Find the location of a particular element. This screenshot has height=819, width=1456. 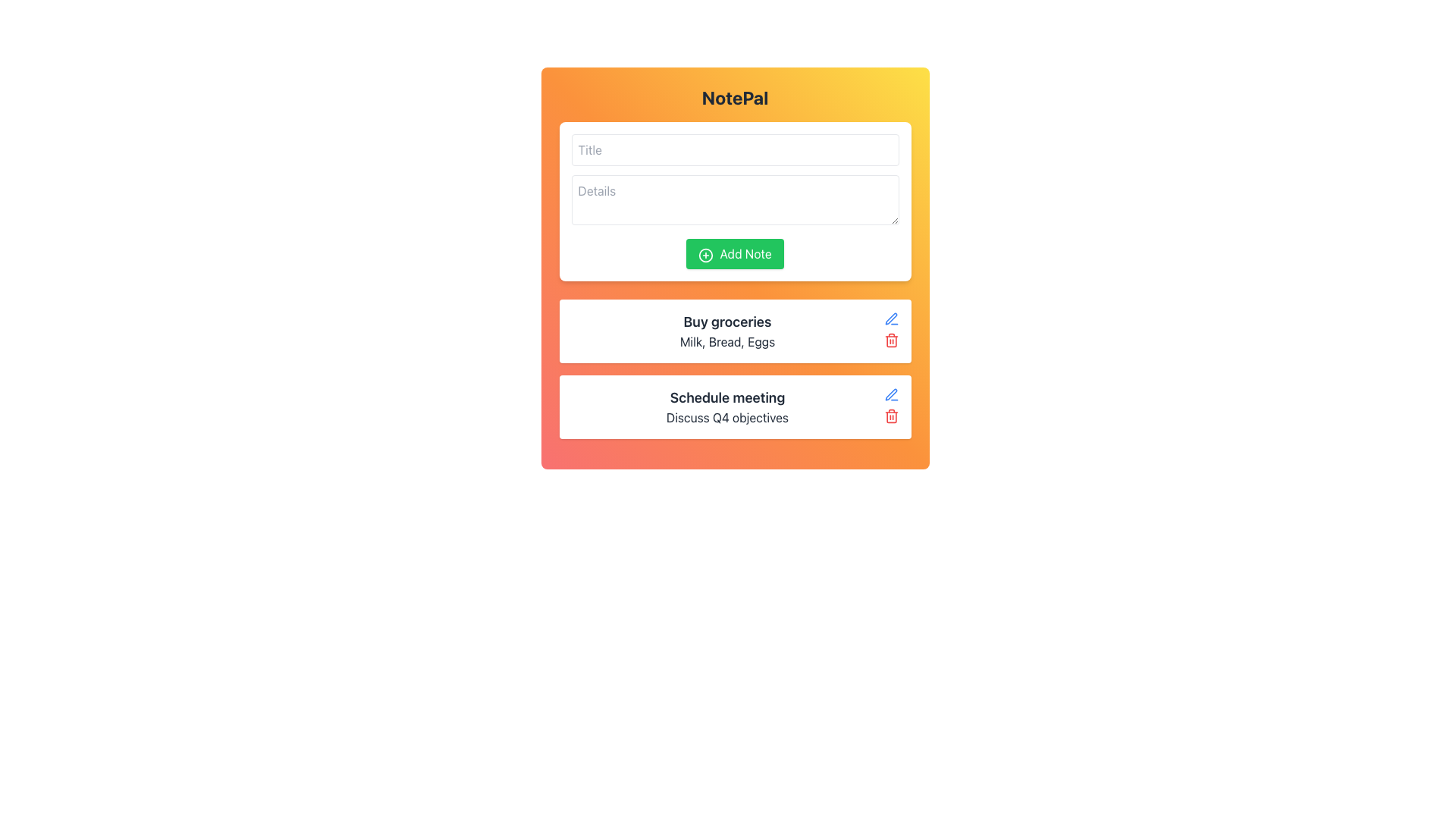

the text label indicating the main topic or task for the note, which is located centrally within the second note card, below the note card titled 'Buy groceries' is located at coordinates (726, 397).